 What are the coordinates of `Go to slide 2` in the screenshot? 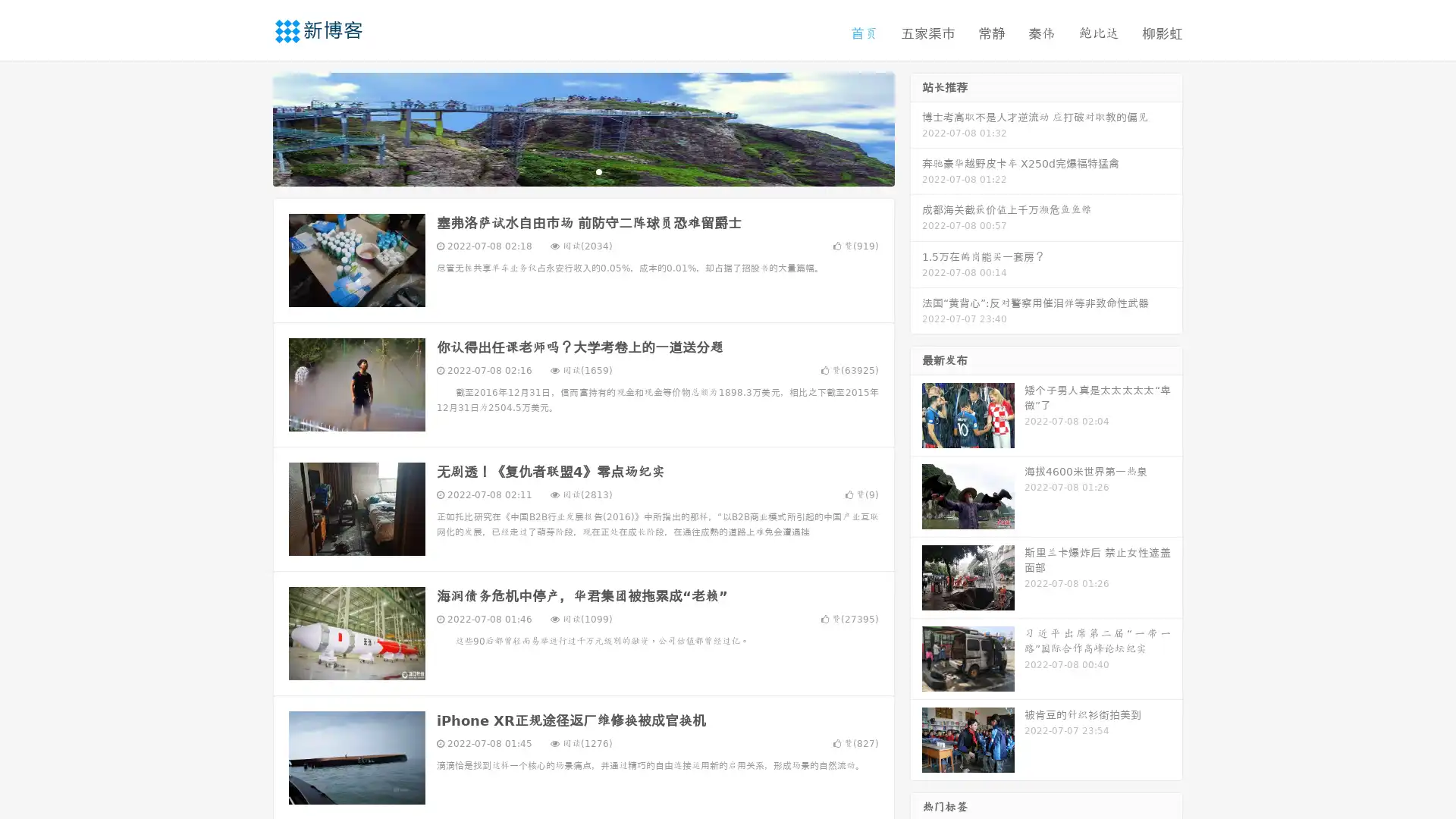 It's located at (582, 171).